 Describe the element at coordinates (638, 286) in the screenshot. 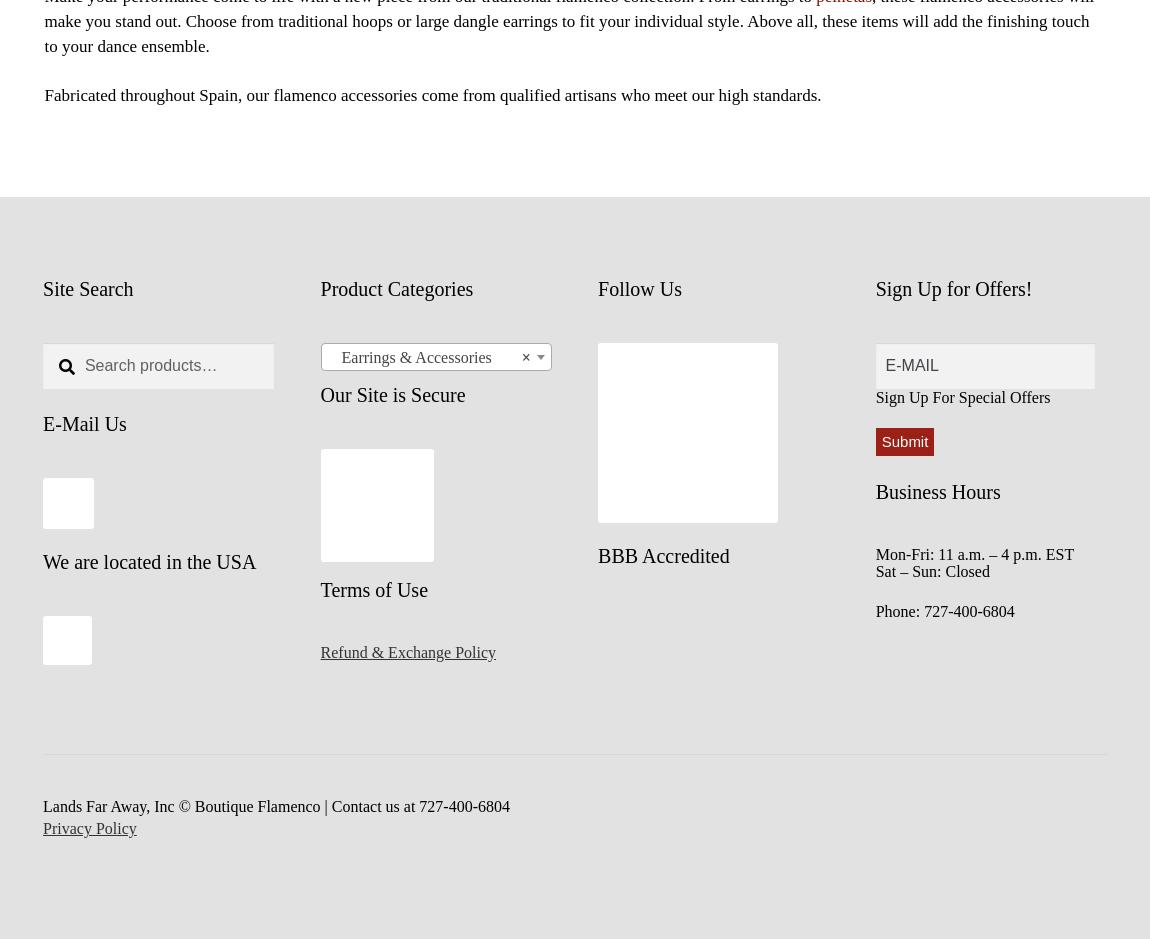

I see `'Follow Us'` at that location.